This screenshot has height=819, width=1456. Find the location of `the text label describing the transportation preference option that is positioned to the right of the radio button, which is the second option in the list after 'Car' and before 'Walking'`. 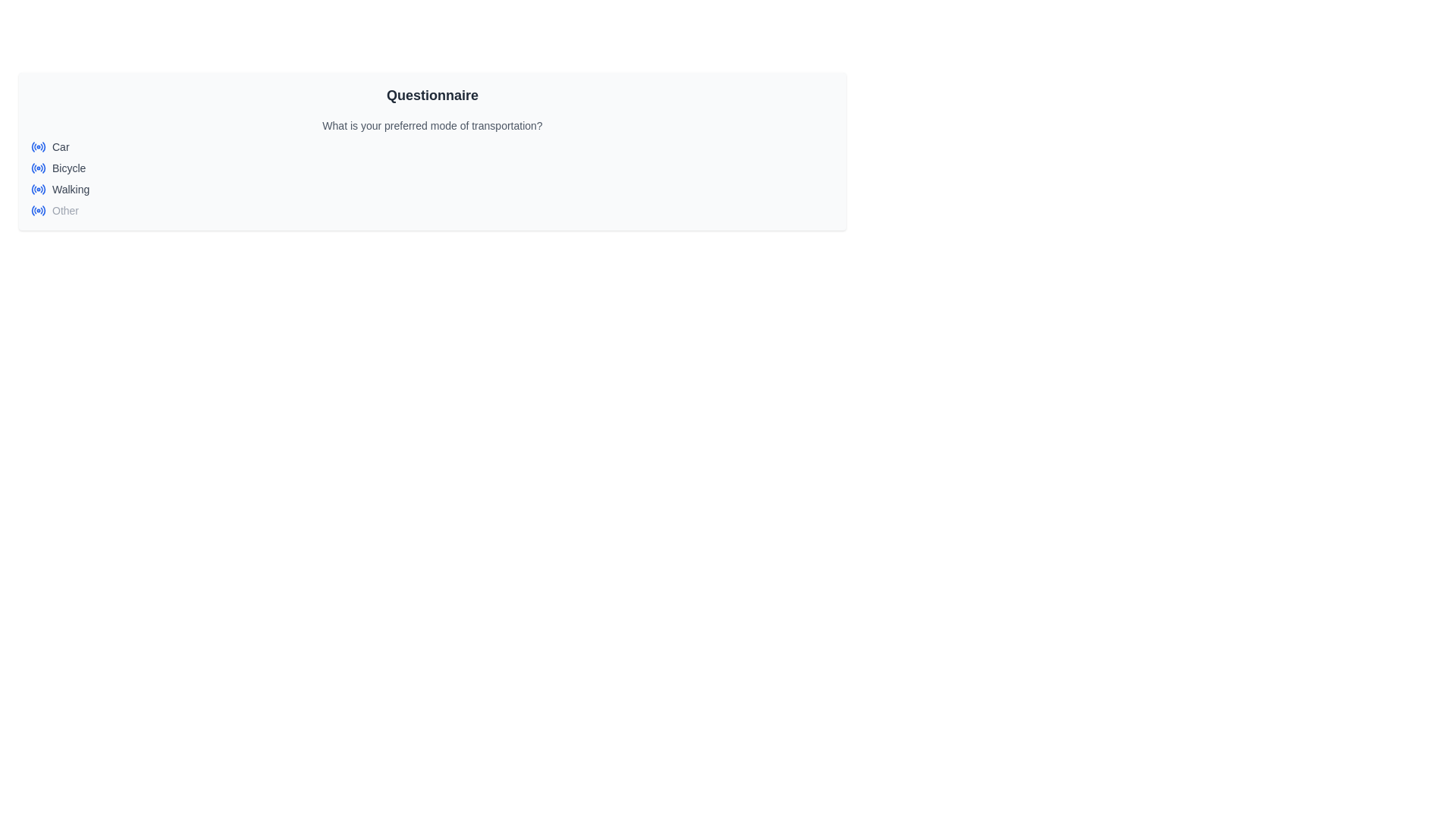

the text label describing the transportation preference option that is positioned to the right of the radio button, which is the second option in the list after 'Car' and before 'Walking' is located at coordinates (68, 168).